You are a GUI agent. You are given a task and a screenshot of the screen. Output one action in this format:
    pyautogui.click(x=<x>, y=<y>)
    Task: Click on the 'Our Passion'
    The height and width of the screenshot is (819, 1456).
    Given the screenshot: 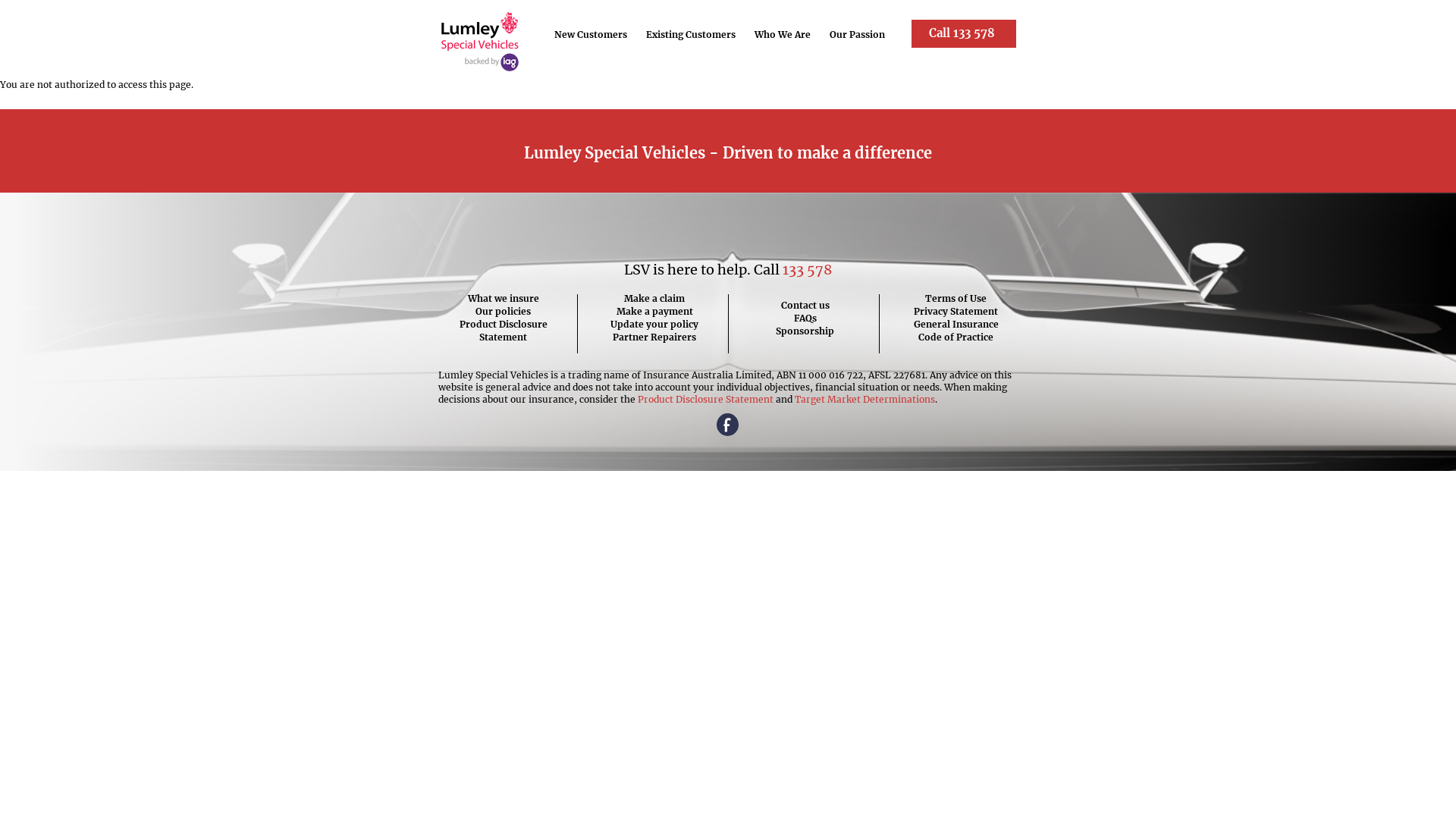 What is the action you would take?
    pyautogui.click(x=858, y=34)
    